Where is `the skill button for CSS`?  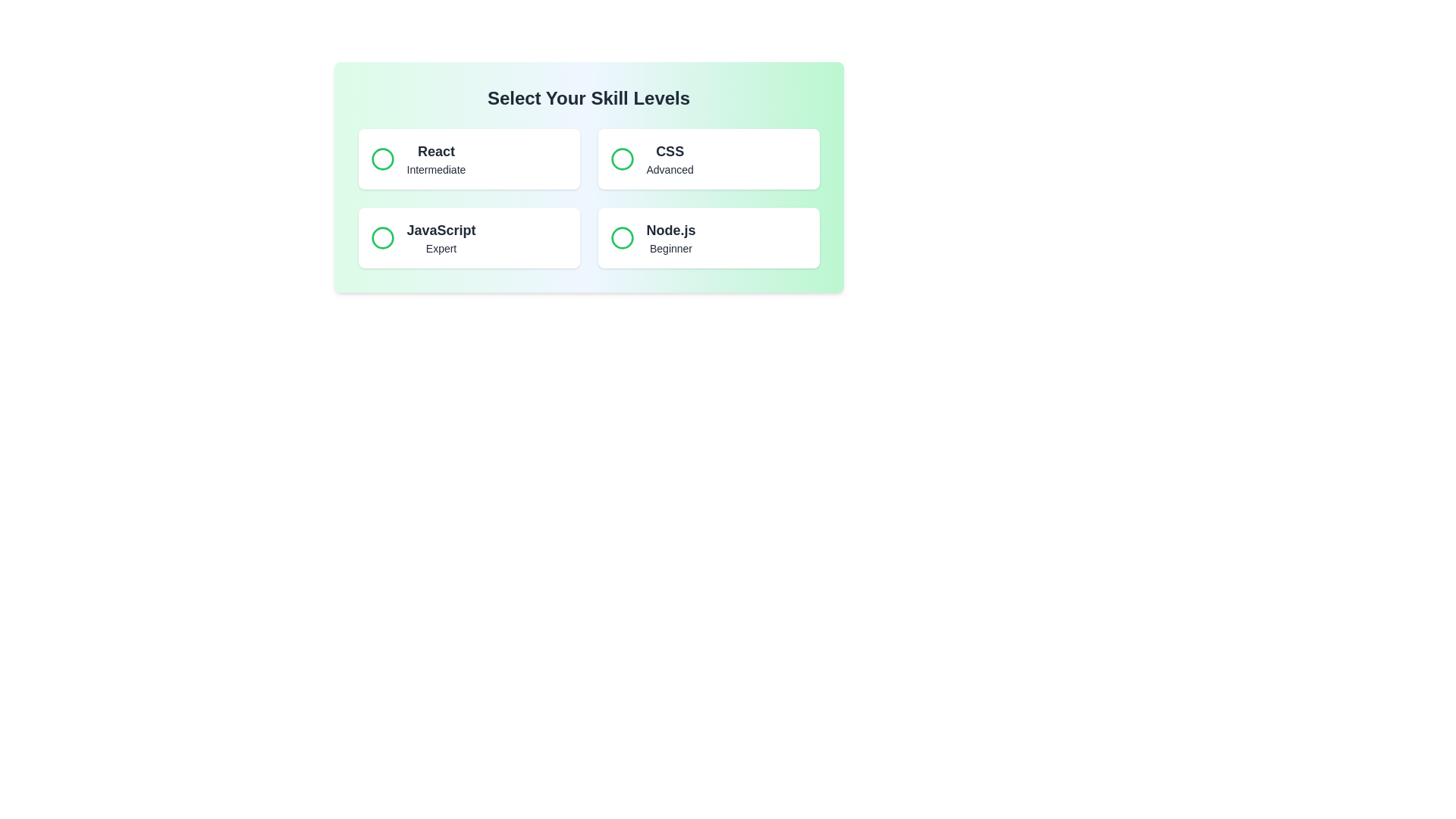
the skill button for CSS is located at coordinates (708, 158).